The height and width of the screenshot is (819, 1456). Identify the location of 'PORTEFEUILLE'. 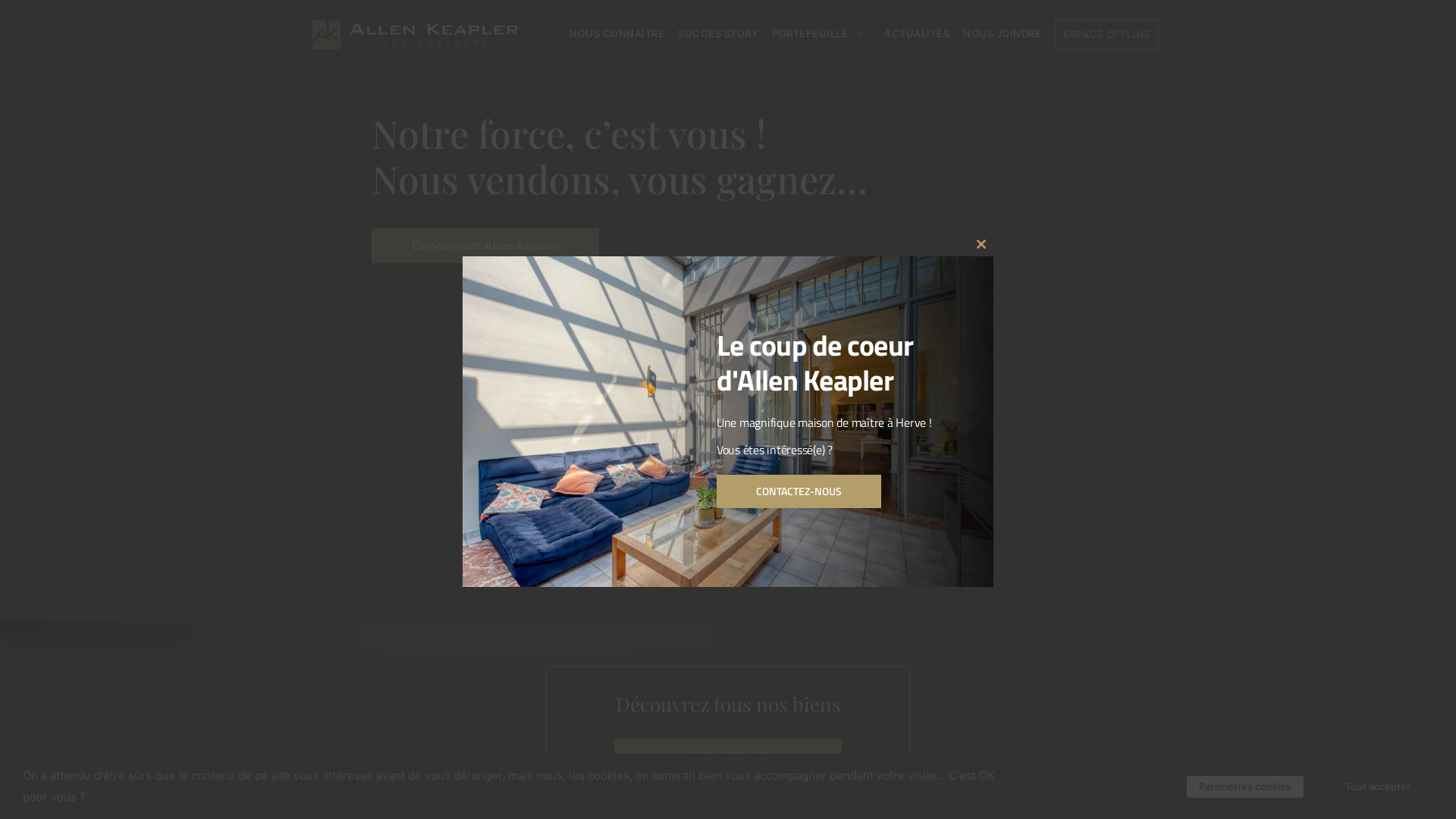
(821, 33).